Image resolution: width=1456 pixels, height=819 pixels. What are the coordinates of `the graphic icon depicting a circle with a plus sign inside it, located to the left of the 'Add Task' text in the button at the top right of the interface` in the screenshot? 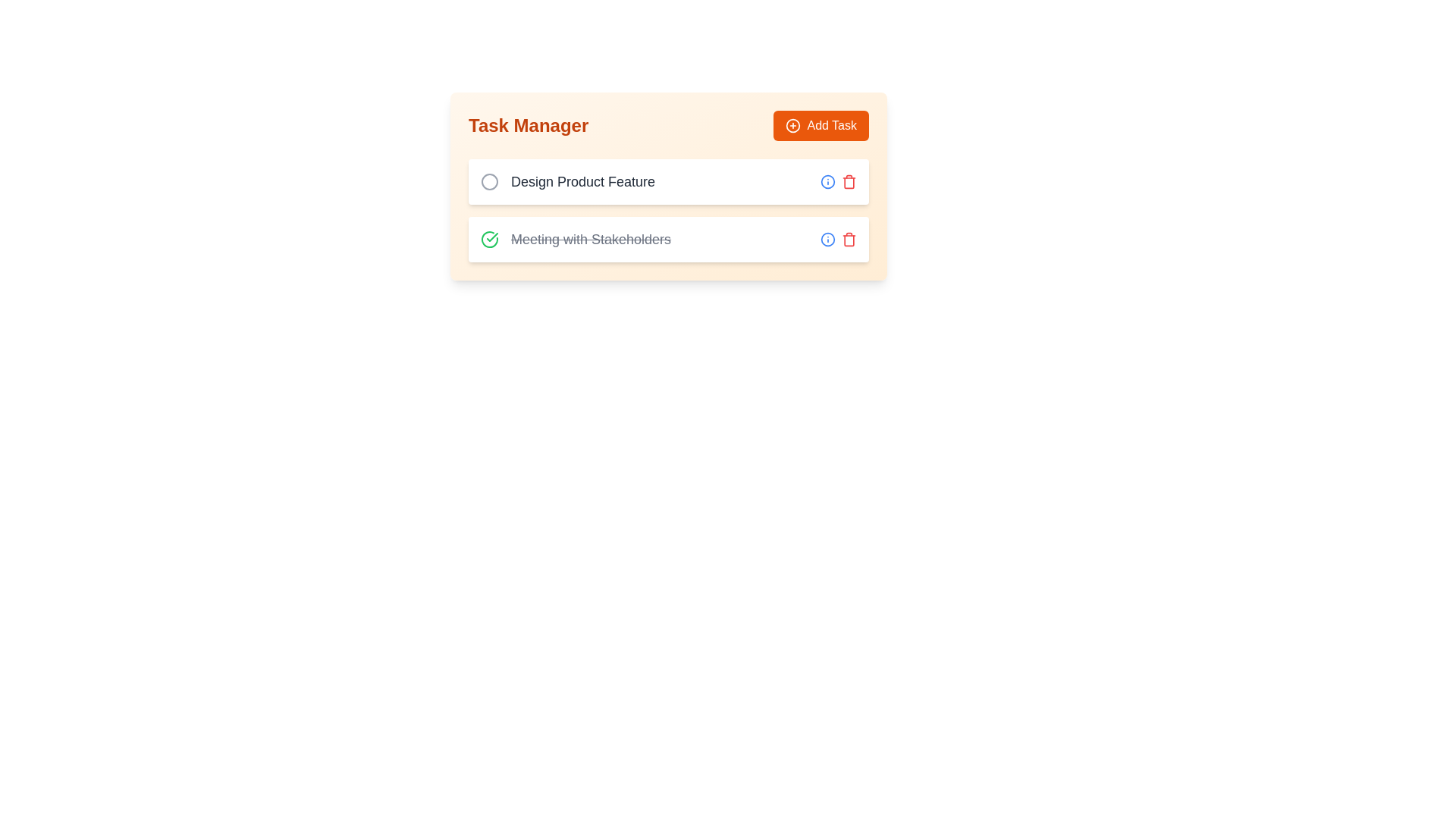 It's located at (792, 124).